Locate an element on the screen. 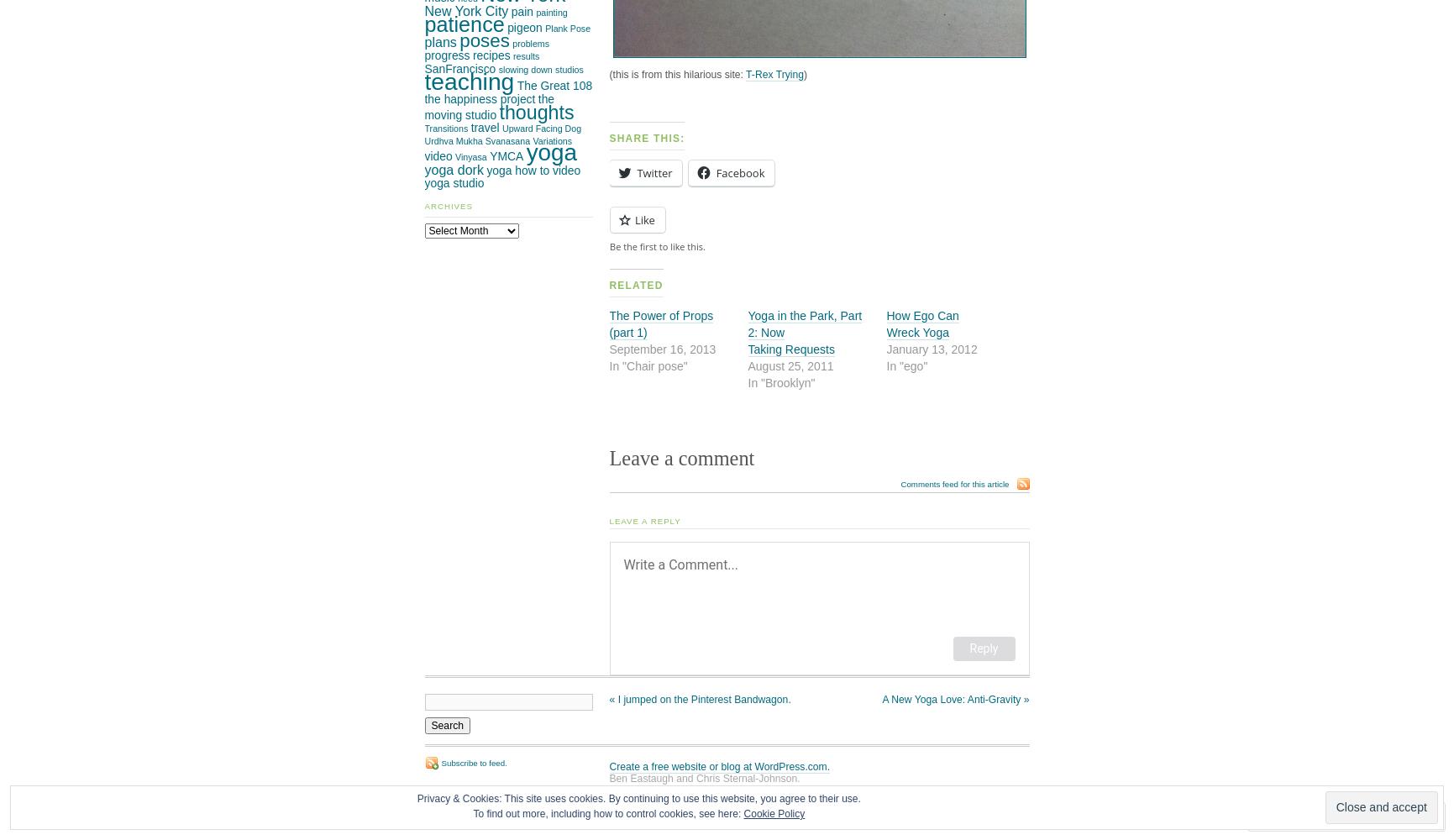 The width and height of the screenshot is (1454, 840). 'Twitter' is located at coordinates (654, 171).